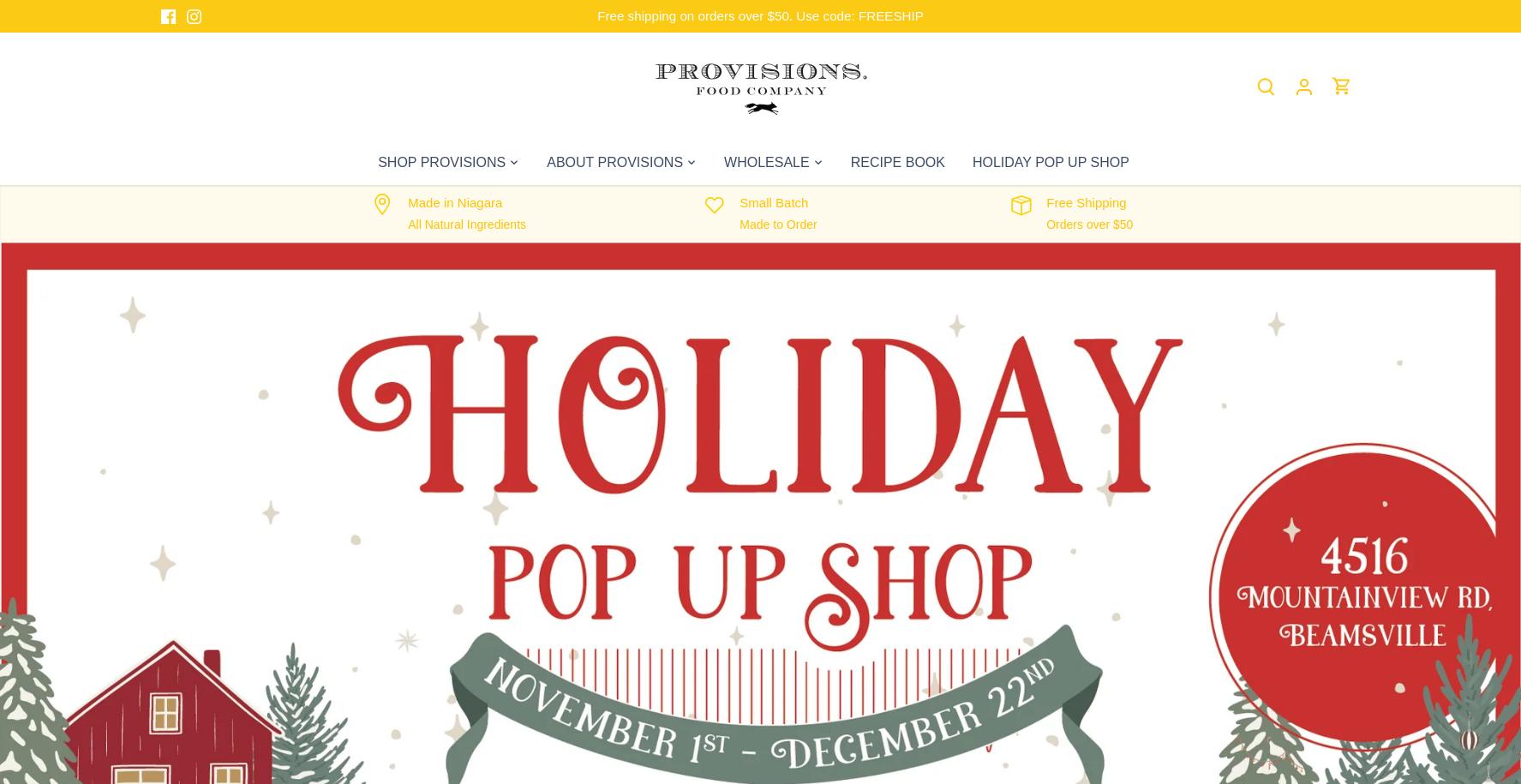 The height and width of the screenshot is (784, 1521). What do you see at coordinates (739, 201) in the screenshot?
I see `'Small Batch'` at bounding box center [739, 201].